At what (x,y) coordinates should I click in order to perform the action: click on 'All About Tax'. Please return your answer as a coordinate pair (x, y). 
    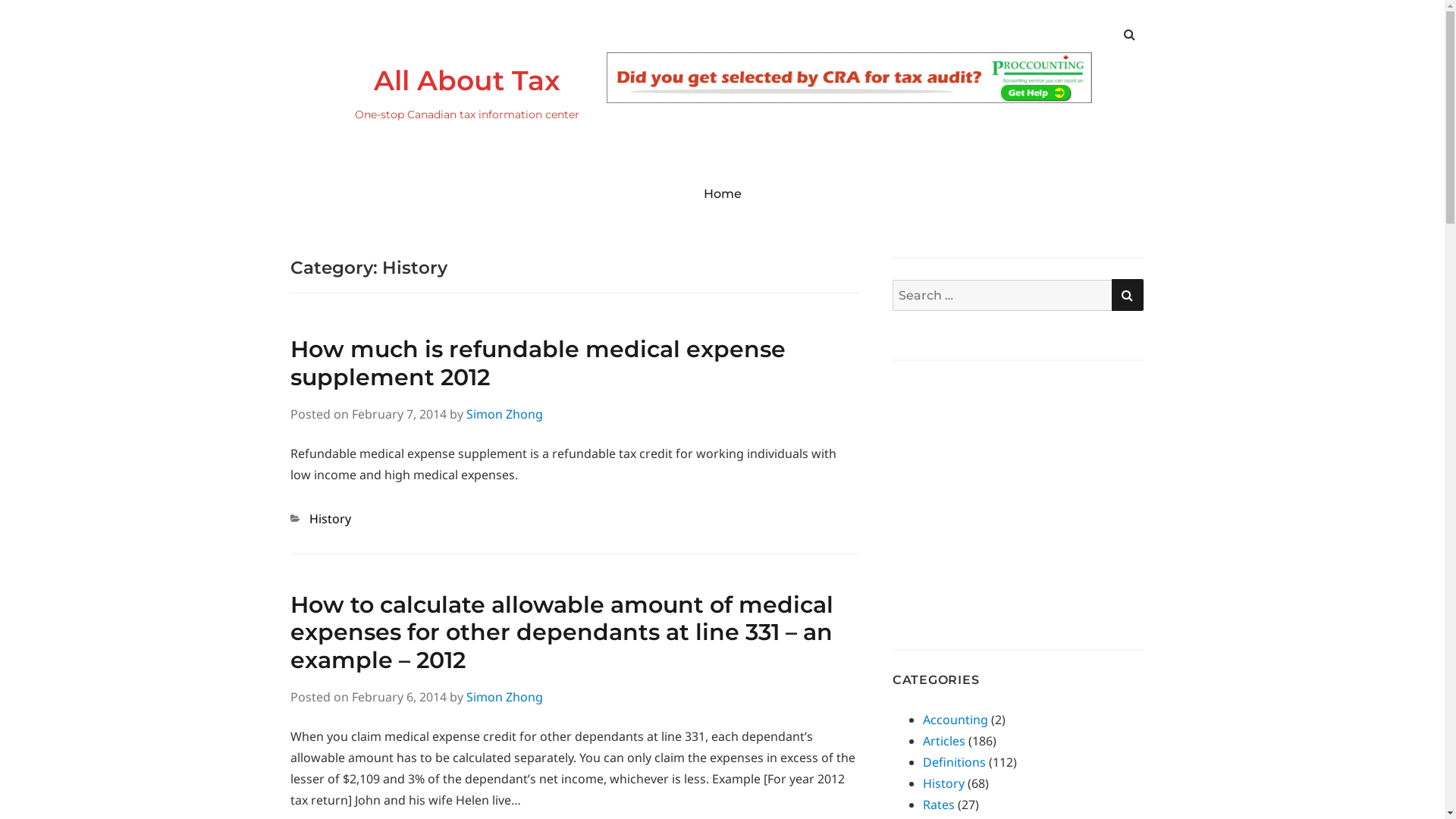
    Looking at the image, I should click on (465, 80).